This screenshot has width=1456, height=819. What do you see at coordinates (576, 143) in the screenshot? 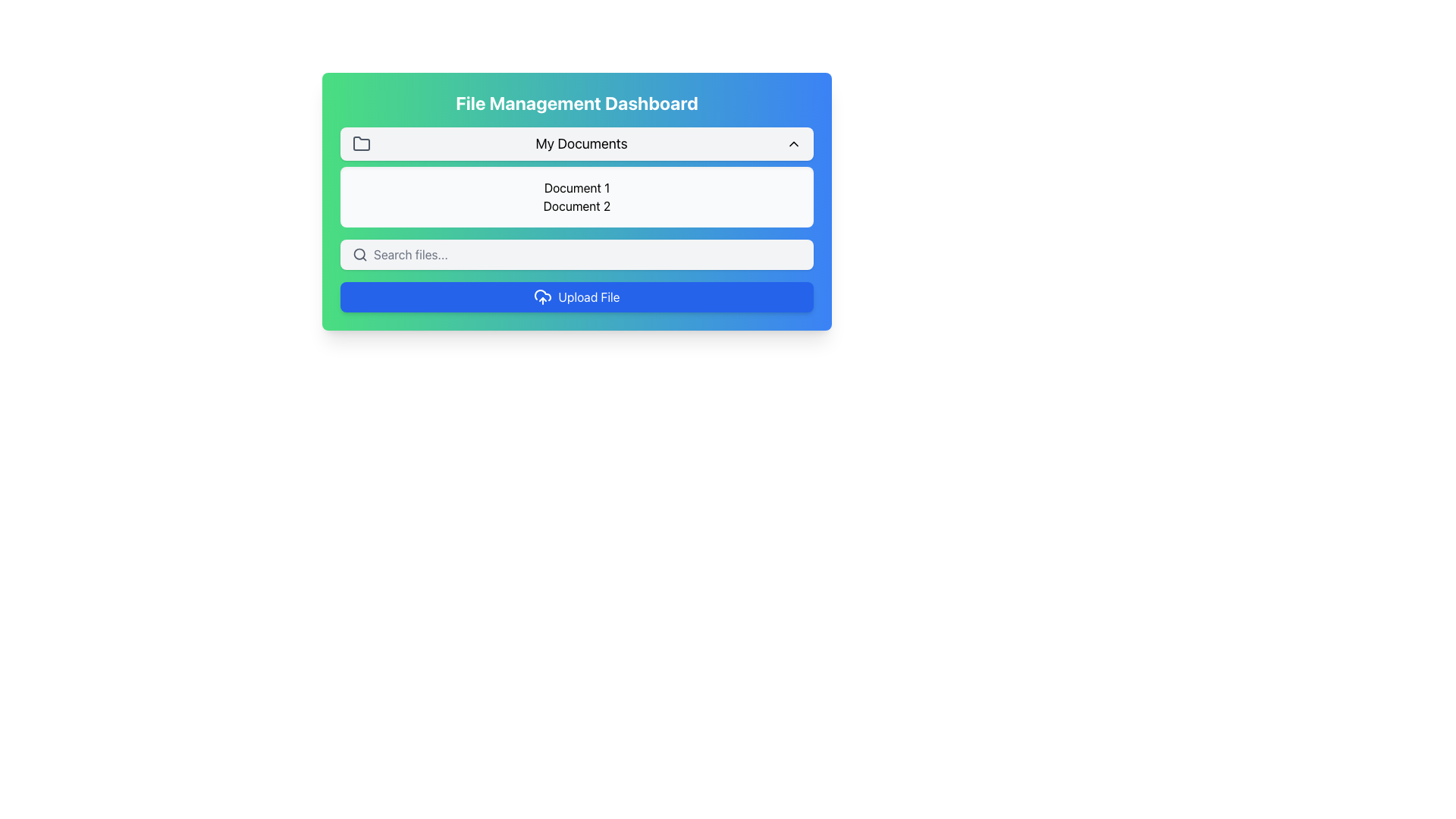
I see `keyboard navigation` at bounding box center [576, 143].